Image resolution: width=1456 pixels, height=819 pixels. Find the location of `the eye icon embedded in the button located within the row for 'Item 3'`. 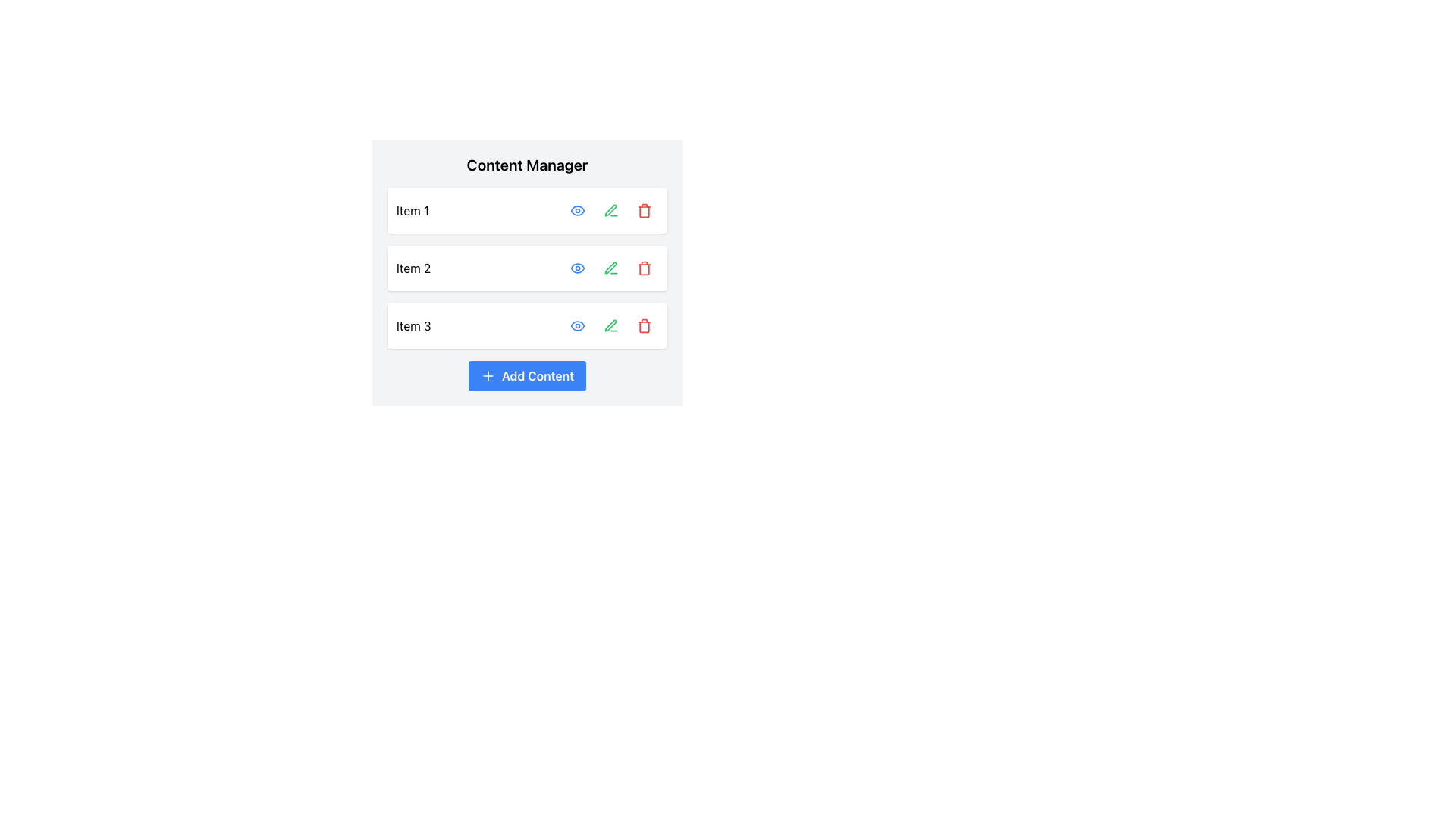

the eye icon embedded in the button located within the row for 'Item 3' is located at coordinates (577, 325).